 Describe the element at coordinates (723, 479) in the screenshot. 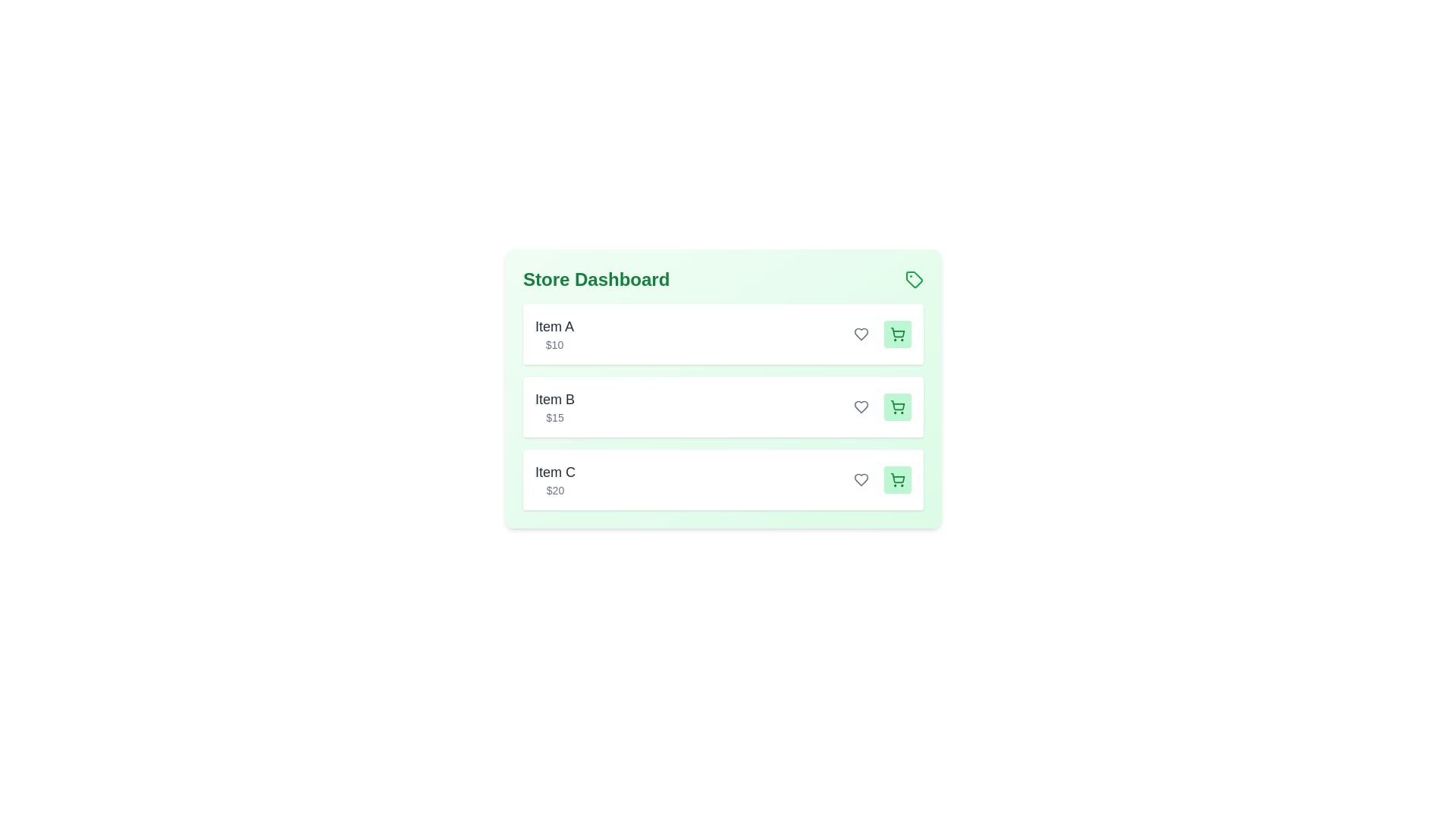

I see `the panel displaying information about 'Item C', which contains interactive buttons for adding the item to a wishlist or shopping cart, located at the bottom of the item list` at that location.